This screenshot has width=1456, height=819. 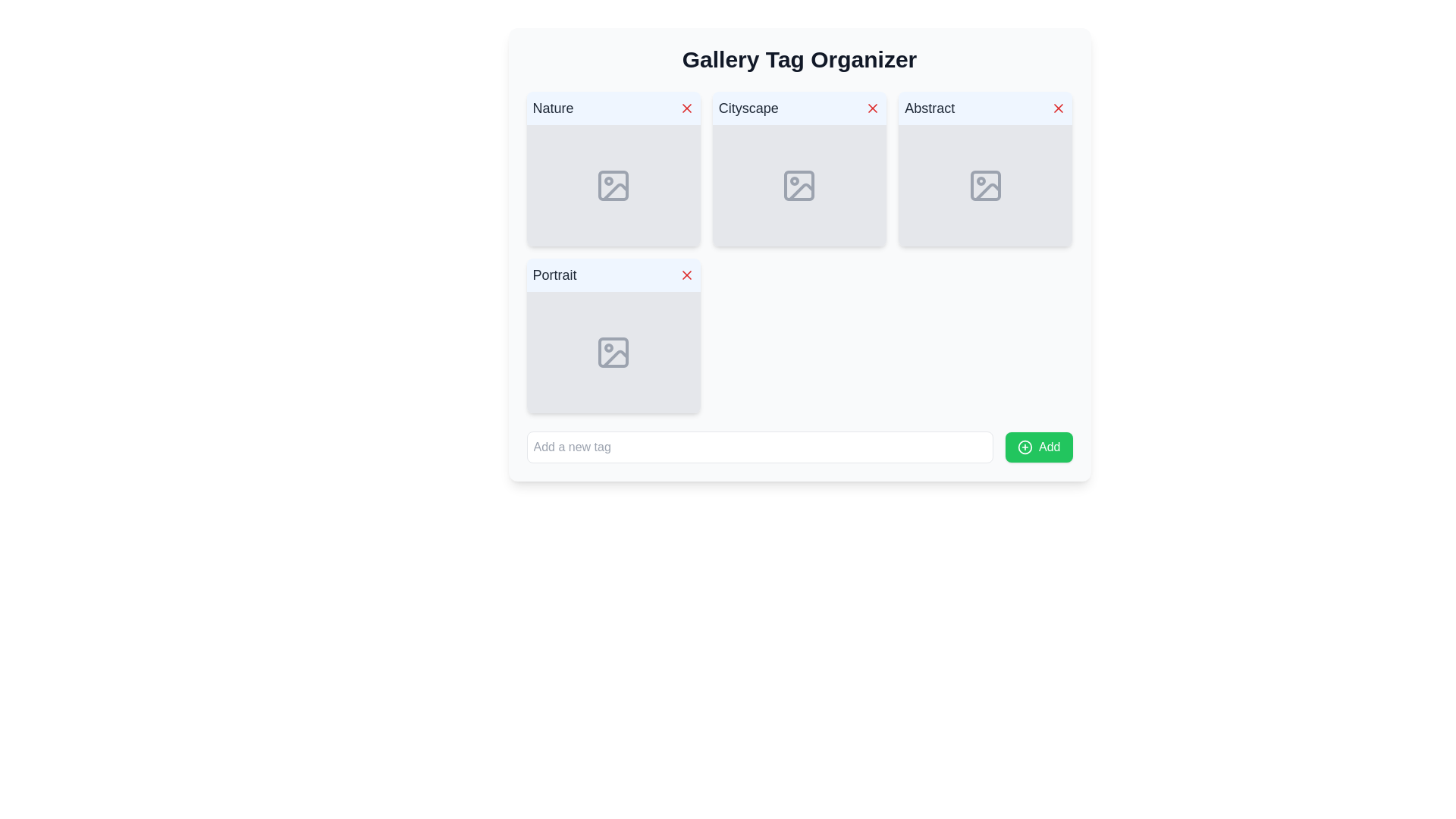 I want to click on the image placeholder located, so click(x=985, y=185).